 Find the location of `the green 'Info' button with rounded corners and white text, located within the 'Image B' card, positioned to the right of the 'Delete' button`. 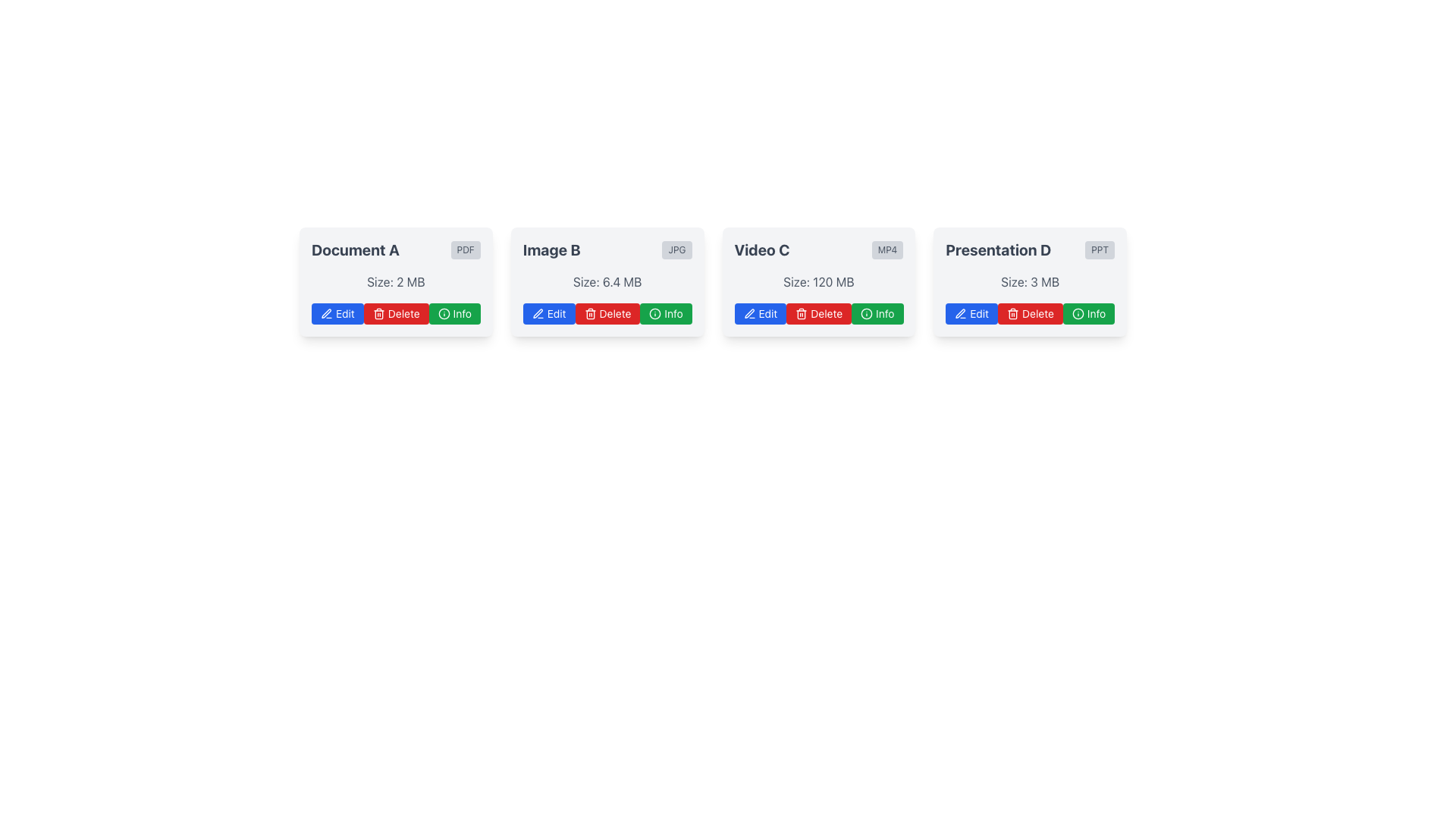

the green 'Info' button with rounded corners and white text, located within the 'Image B' card, positioned to the right of the 'Delete' button is located at coordinates (666, 312).